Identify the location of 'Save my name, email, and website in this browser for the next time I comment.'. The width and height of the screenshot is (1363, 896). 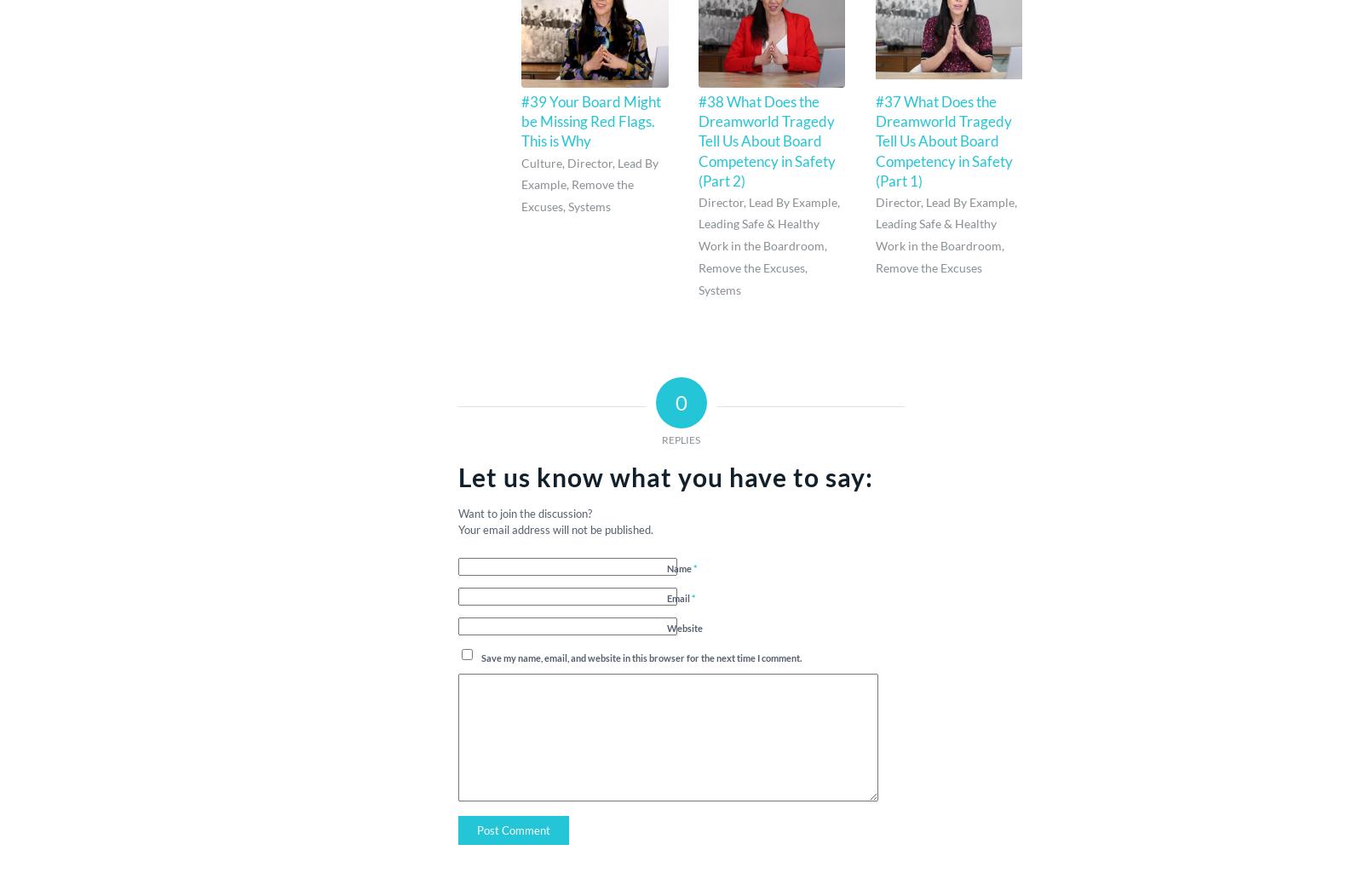
(480, 656).